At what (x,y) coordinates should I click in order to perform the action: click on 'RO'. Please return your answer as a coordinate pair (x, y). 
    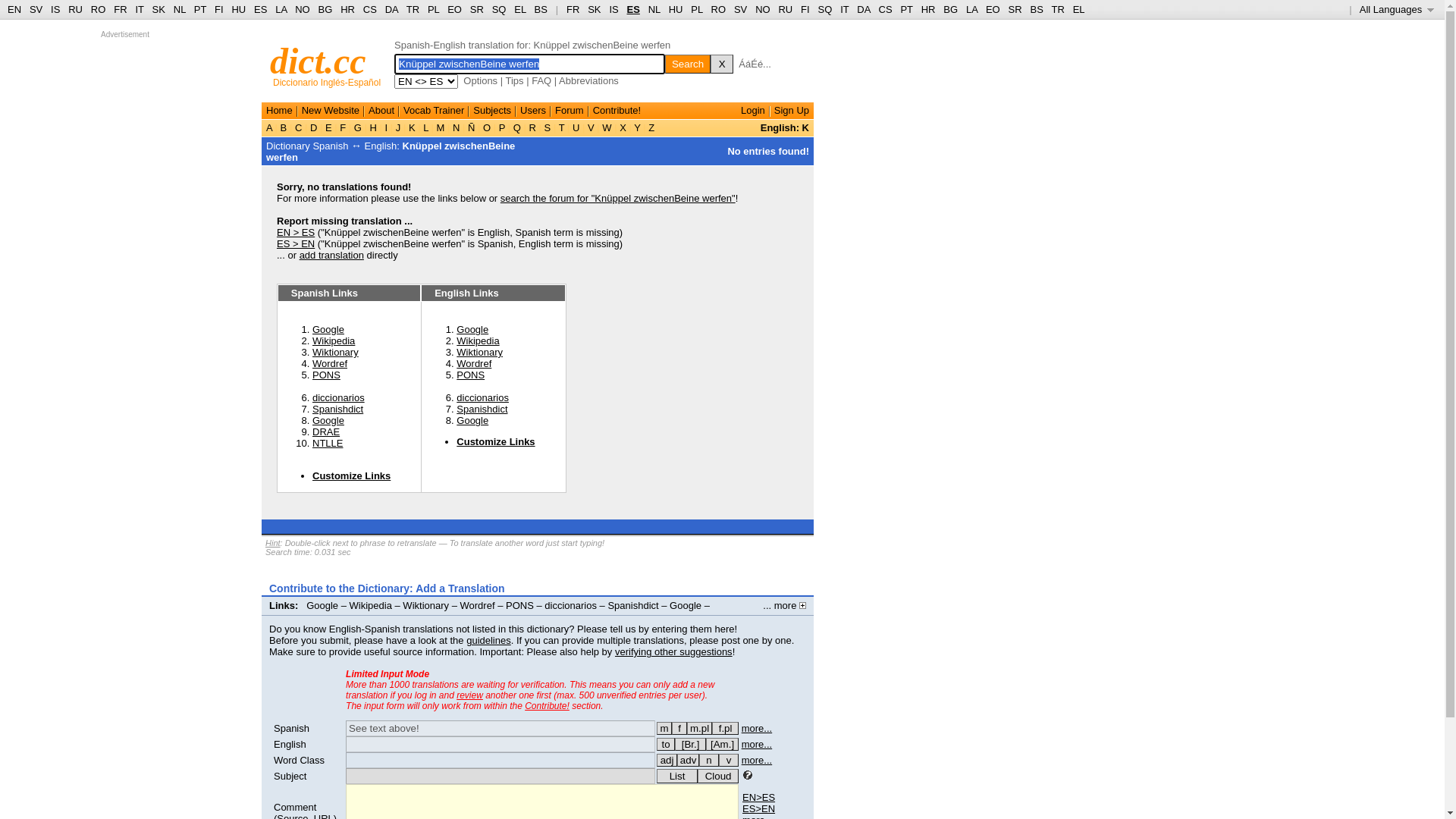
    Looking at the image, I should click on (97, 9).